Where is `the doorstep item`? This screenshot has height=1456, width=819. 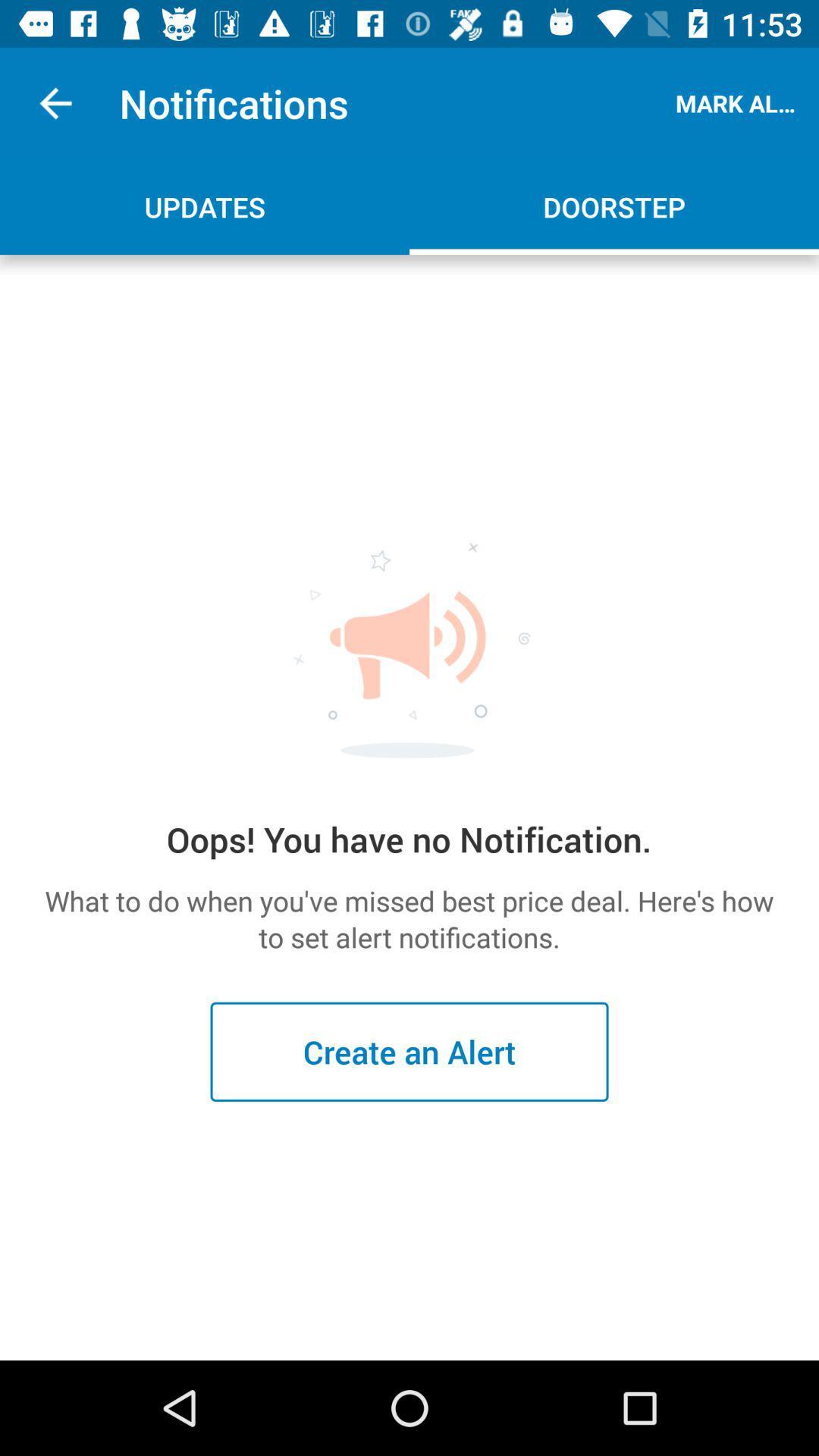 the doorstep item is located at coordinates (614, 206).